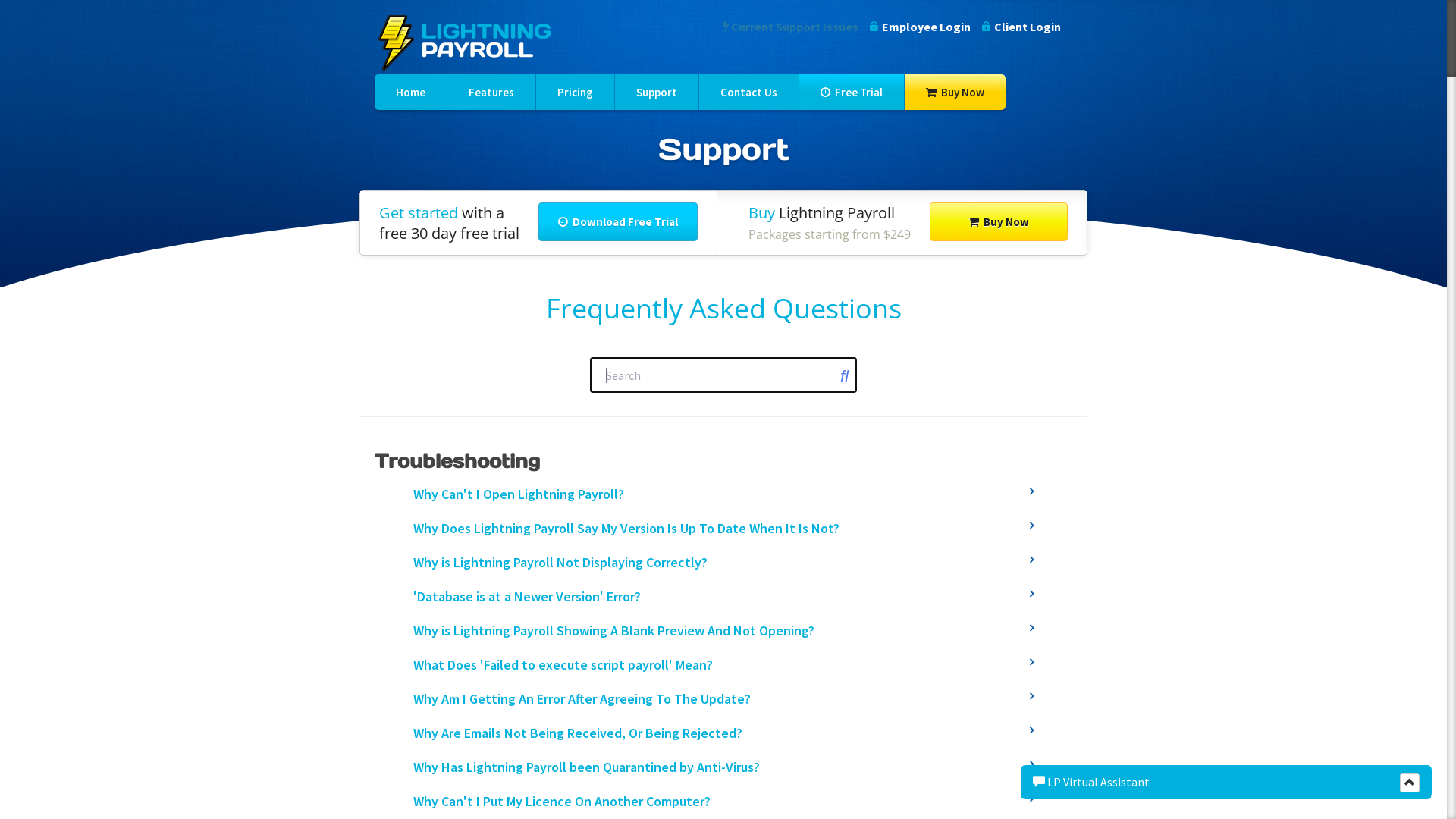 This screenshot has width=1456, height=819. What do you see at coordinates (1021, 26) in the screenshot?
I see `'Client Login'` at bounding box center [1021, 26].